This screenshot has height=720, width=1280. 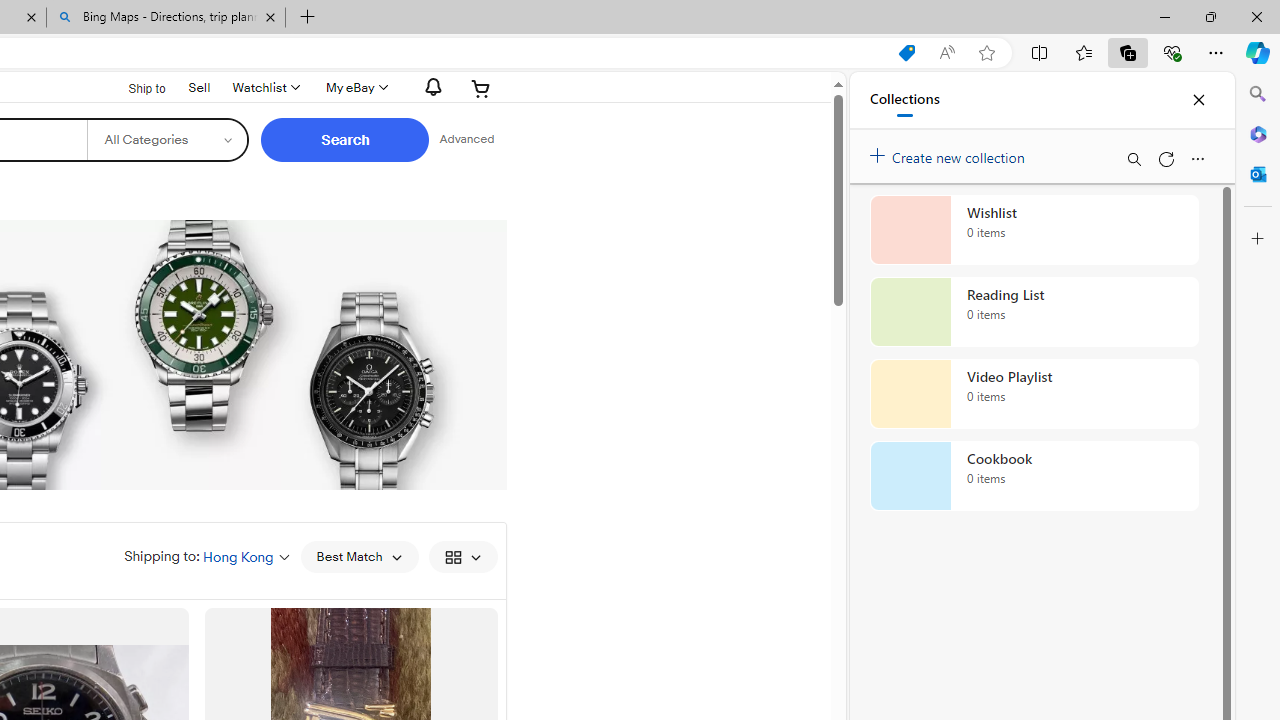 What do you see at coordinates (359, 556) in the screenshot?
I see `'Sort: Best Match'` at bounding box center [359, 556].